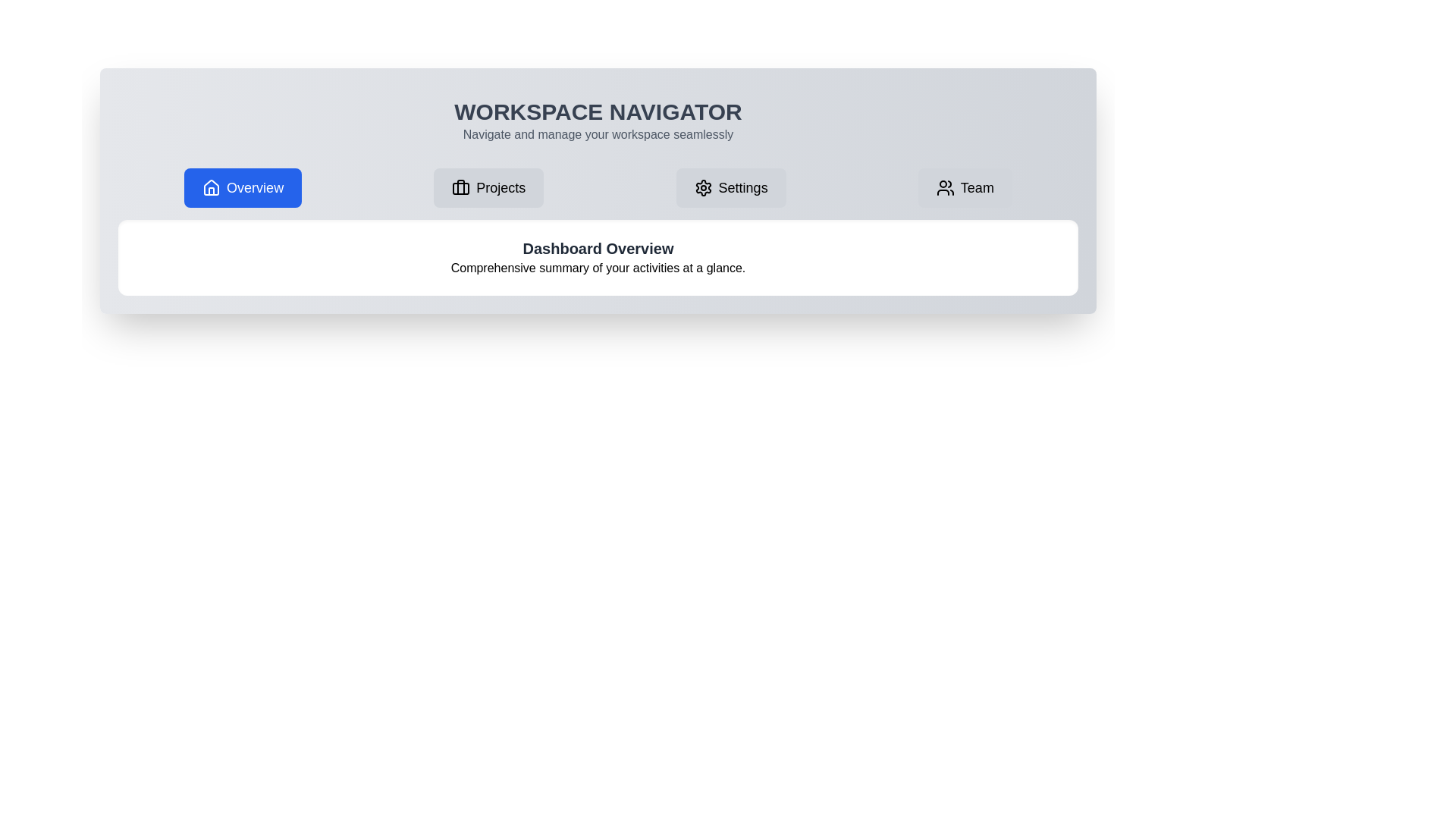 The width and height of the screenshot is (1456, 819). What do you see at coordinates (597, 256) in the screenshot?
I see `the 'Dashboard Overview' element, which consists of a bold title and descriptive text, located below the 'WORKSPACE NAVIGATOR' header` at bounding box center [597, 256].